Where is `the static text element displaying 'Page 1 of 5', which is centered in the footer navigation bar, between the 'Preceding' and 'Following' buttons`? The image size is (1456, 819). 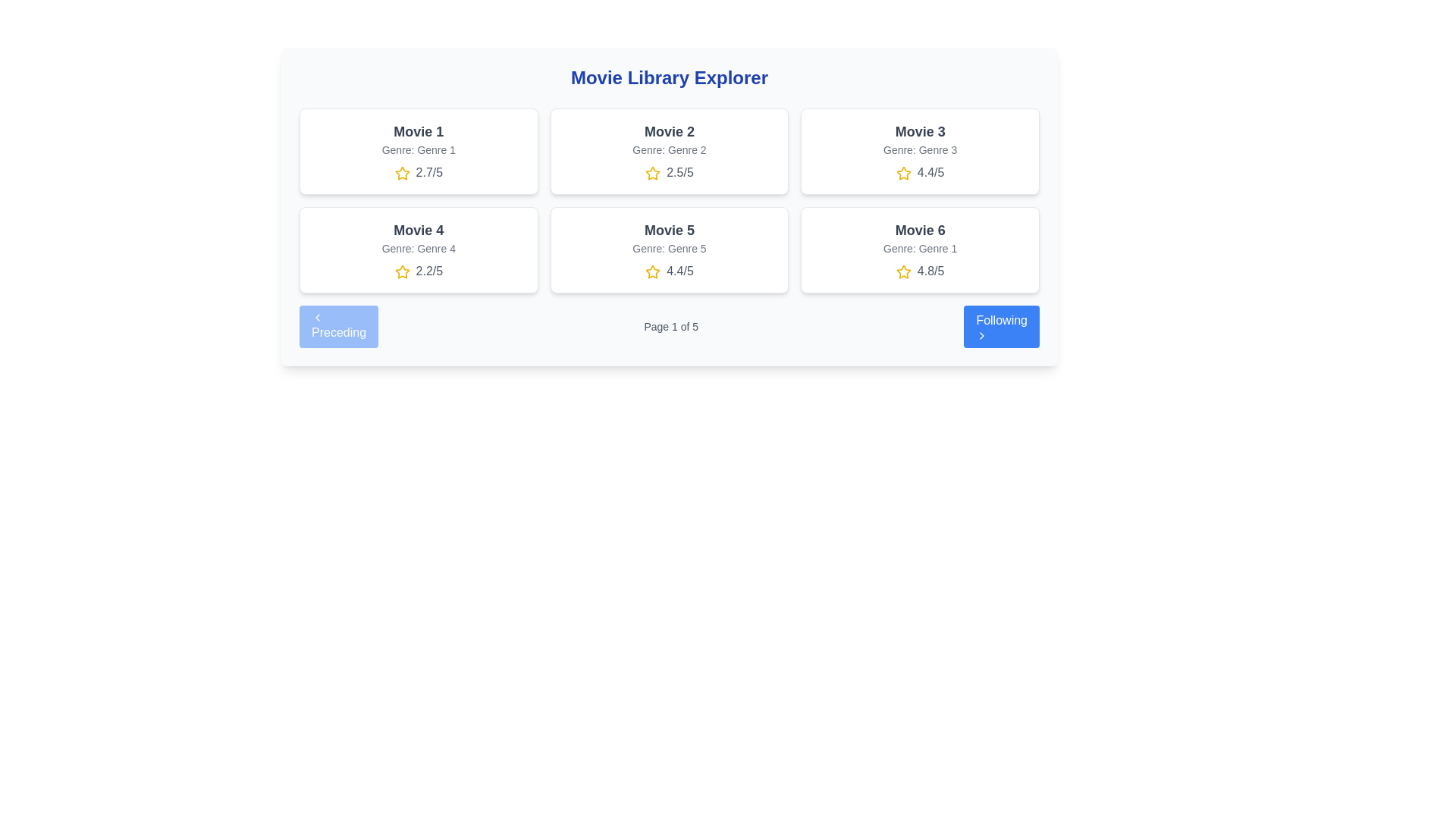
the static text element displaying 'Page 1 of 5', which is centered in the footer navigation bar, between the 'Preceding' and 'Following' buttons is located at coordinates (670, 326).